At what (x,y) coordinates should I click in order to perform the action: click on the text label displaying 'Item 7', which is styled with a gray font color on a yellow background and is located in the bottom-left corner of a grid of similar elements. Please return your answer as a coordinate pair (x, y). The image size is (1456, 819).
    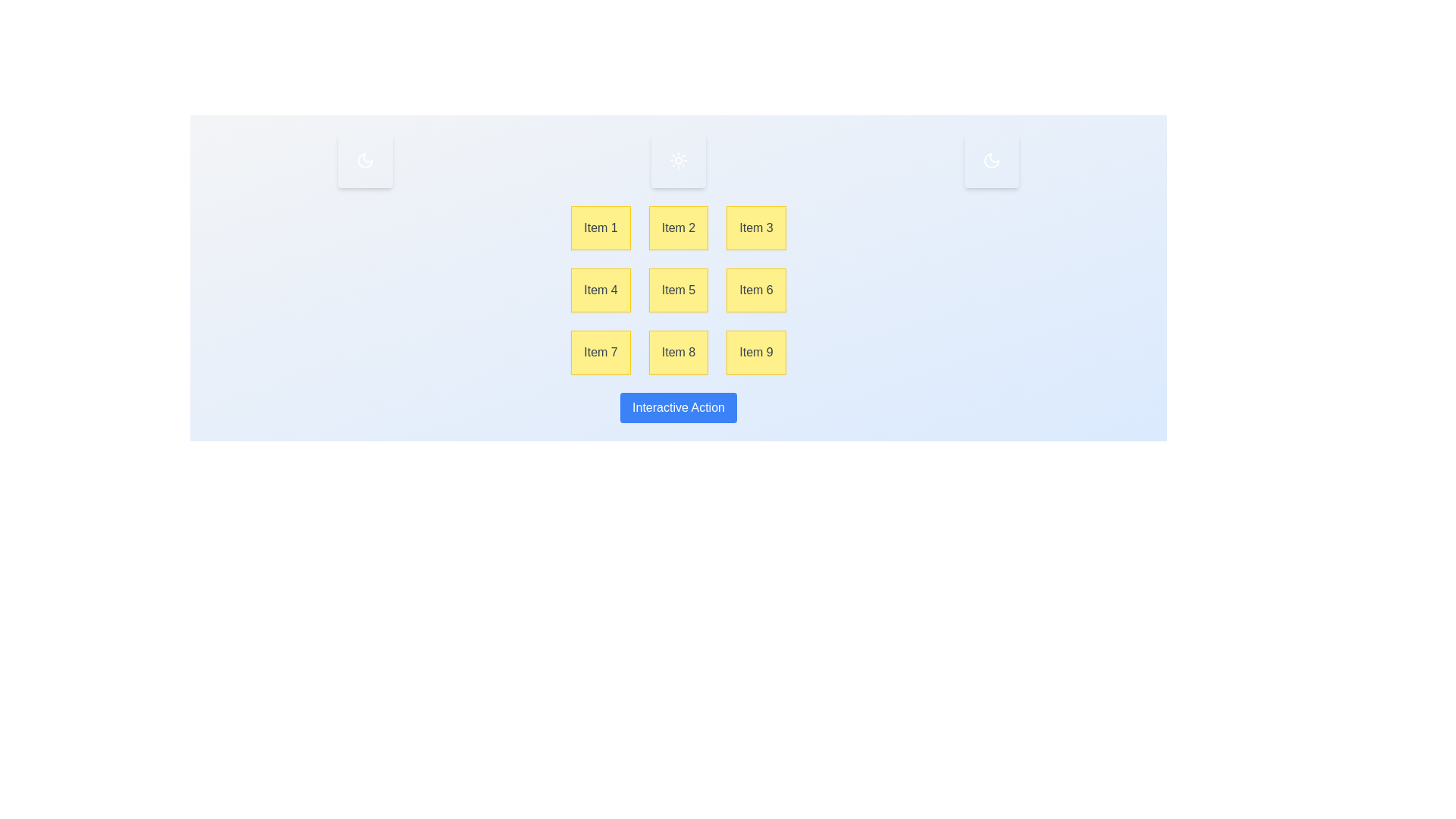
    Looking at the image, I should click on (600, 352).